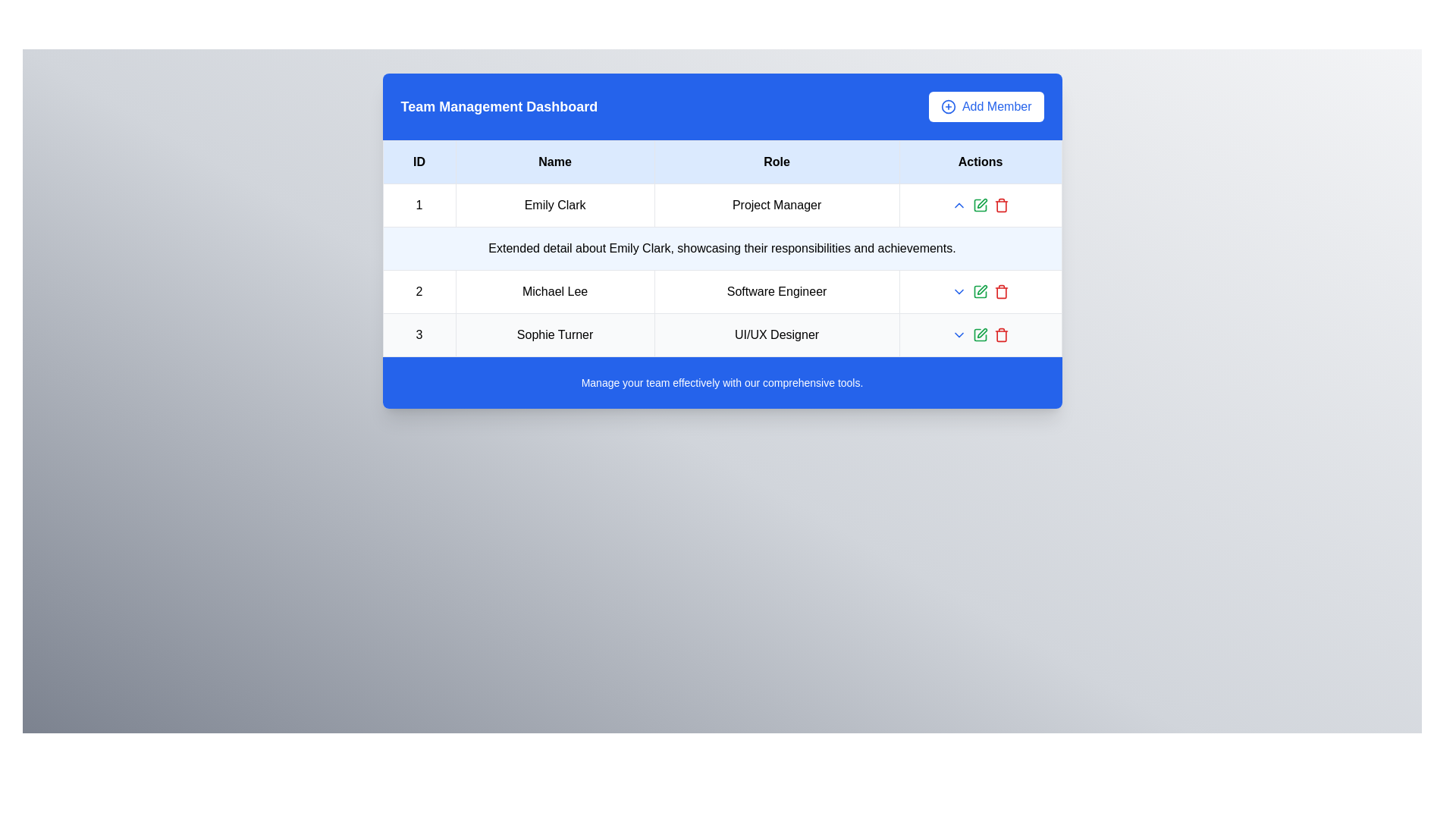 The image size is (1456, 819). Describe the element at coordinates (419, 162) in the screenshot. I see `the table header cell for the ID column, which is the leftmost cell in the header row of the table` at that location.